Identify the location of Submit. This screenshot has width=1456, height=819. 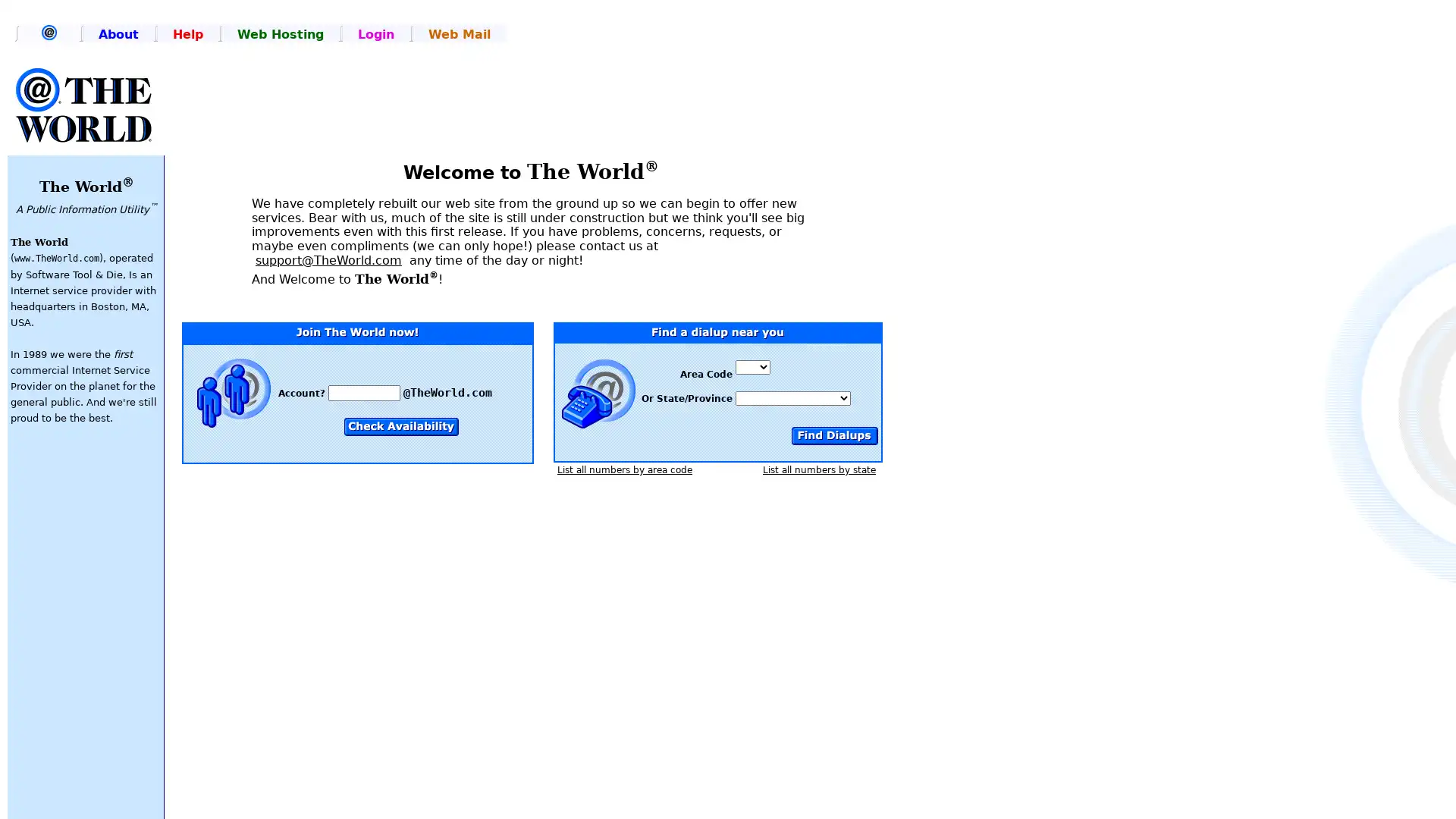
(401, 426).